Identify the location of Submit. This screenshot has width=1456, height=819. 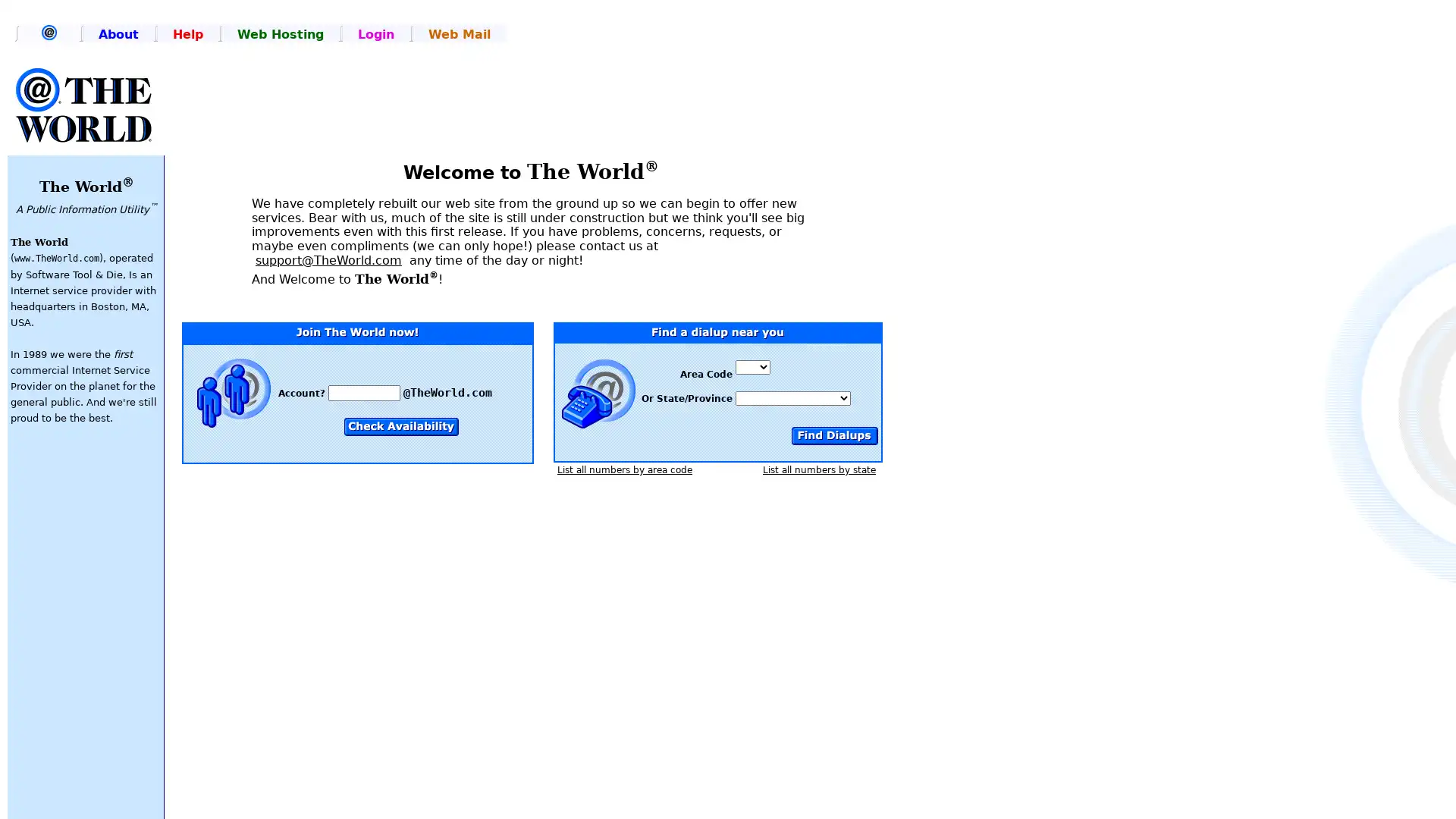
(401, 426).